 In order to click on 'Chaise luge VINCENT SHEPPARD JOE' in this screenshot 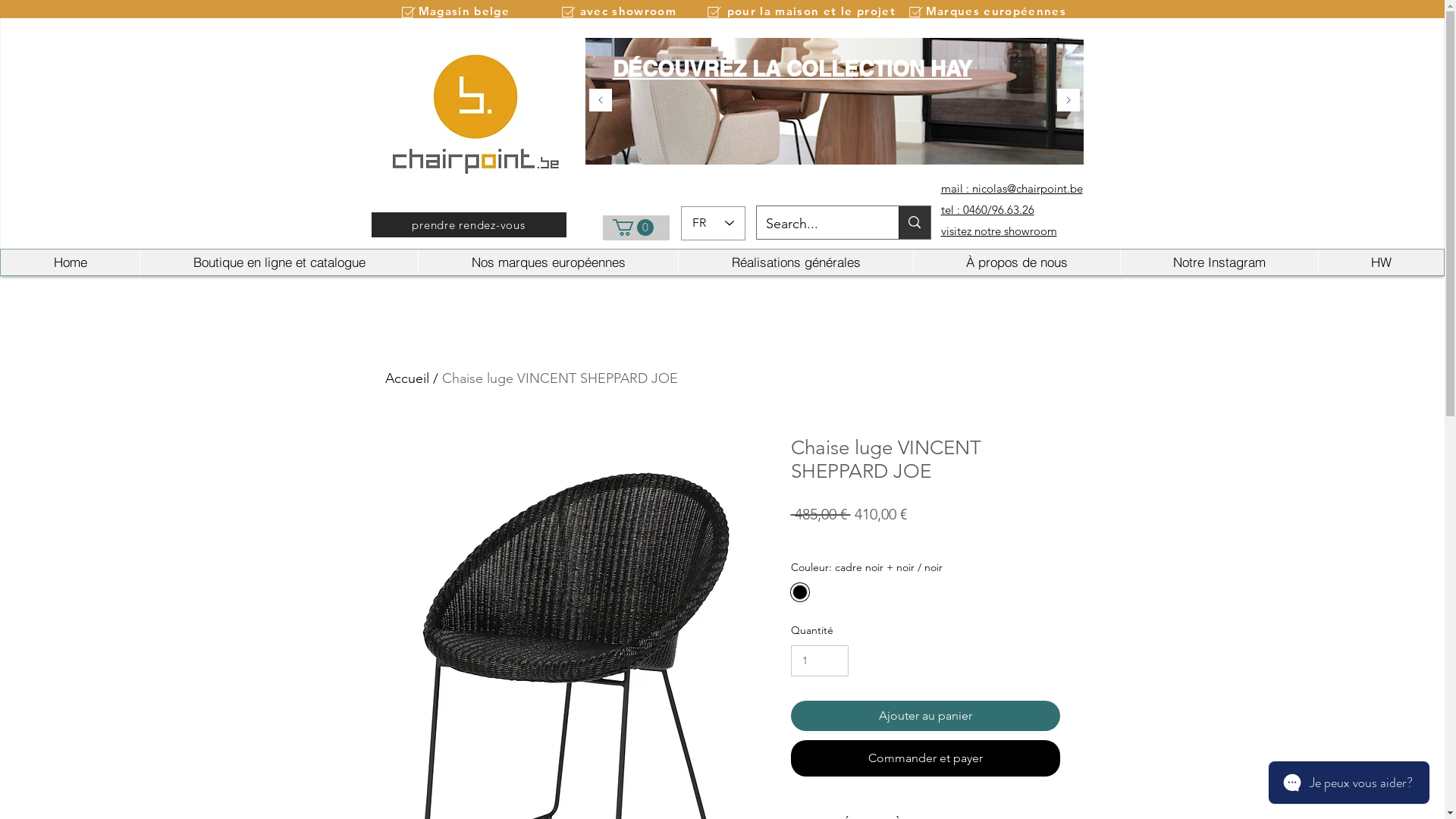, I will do `click(558, 377)`.